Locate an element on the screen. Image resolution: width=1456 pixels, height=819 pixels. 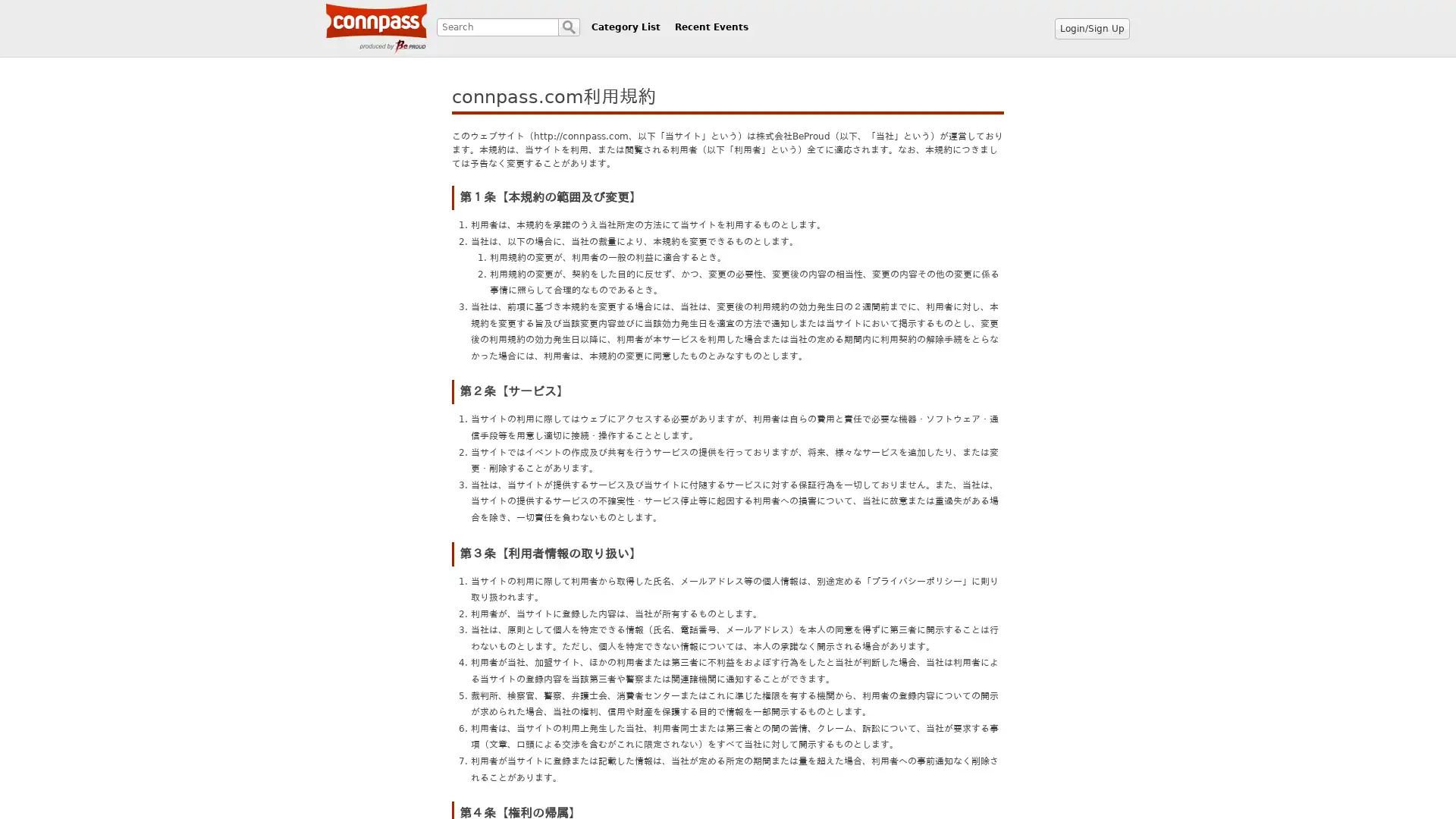
Search is located at coordinates (568, 27).